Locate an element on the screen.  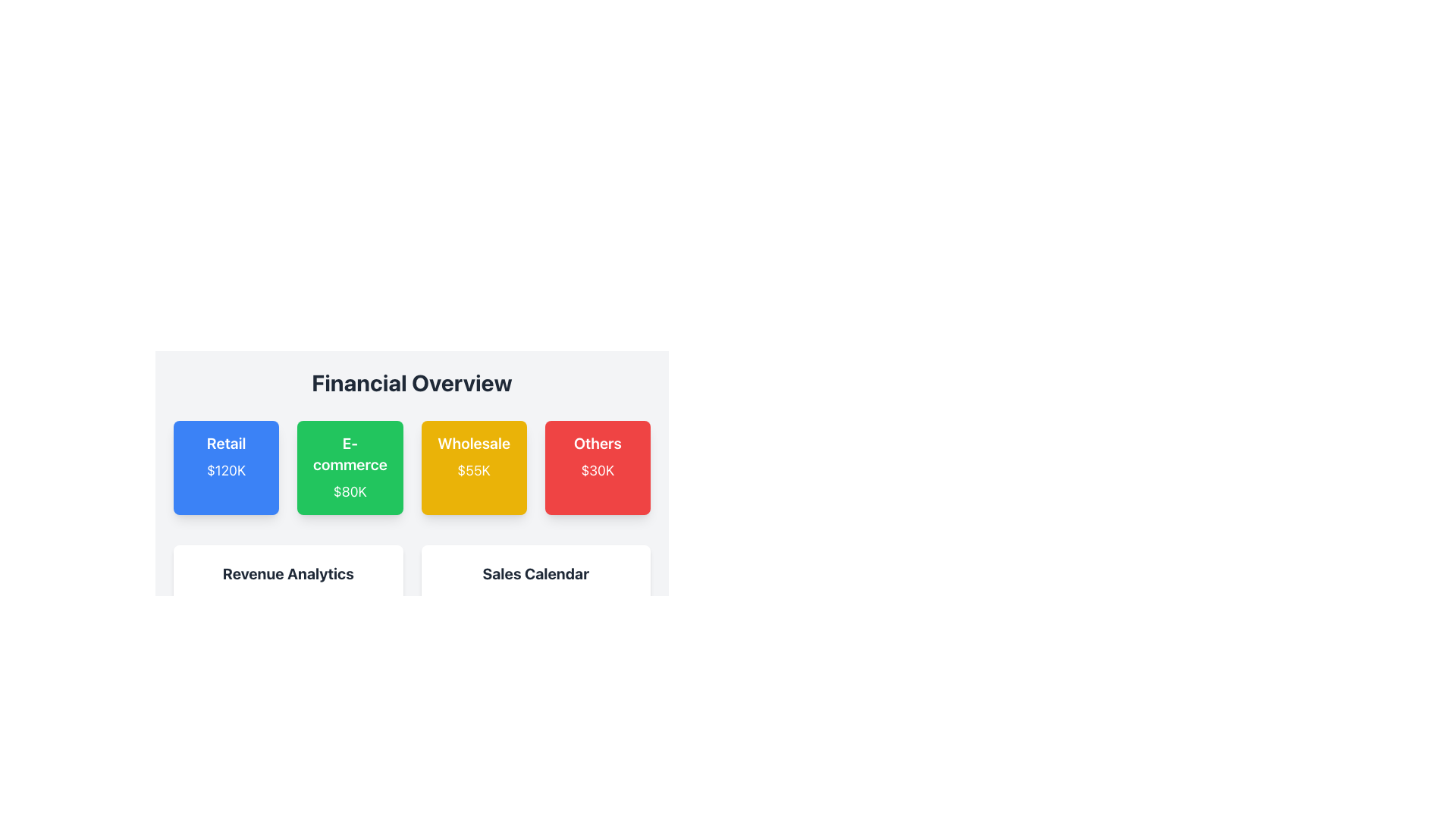
the Card component labeled 'Revenue Analytics' which is a white rectangular card with rounded corners, located within the 'Revenue Analytics Sales Calendar' grid is located at coordinates (288, 617).